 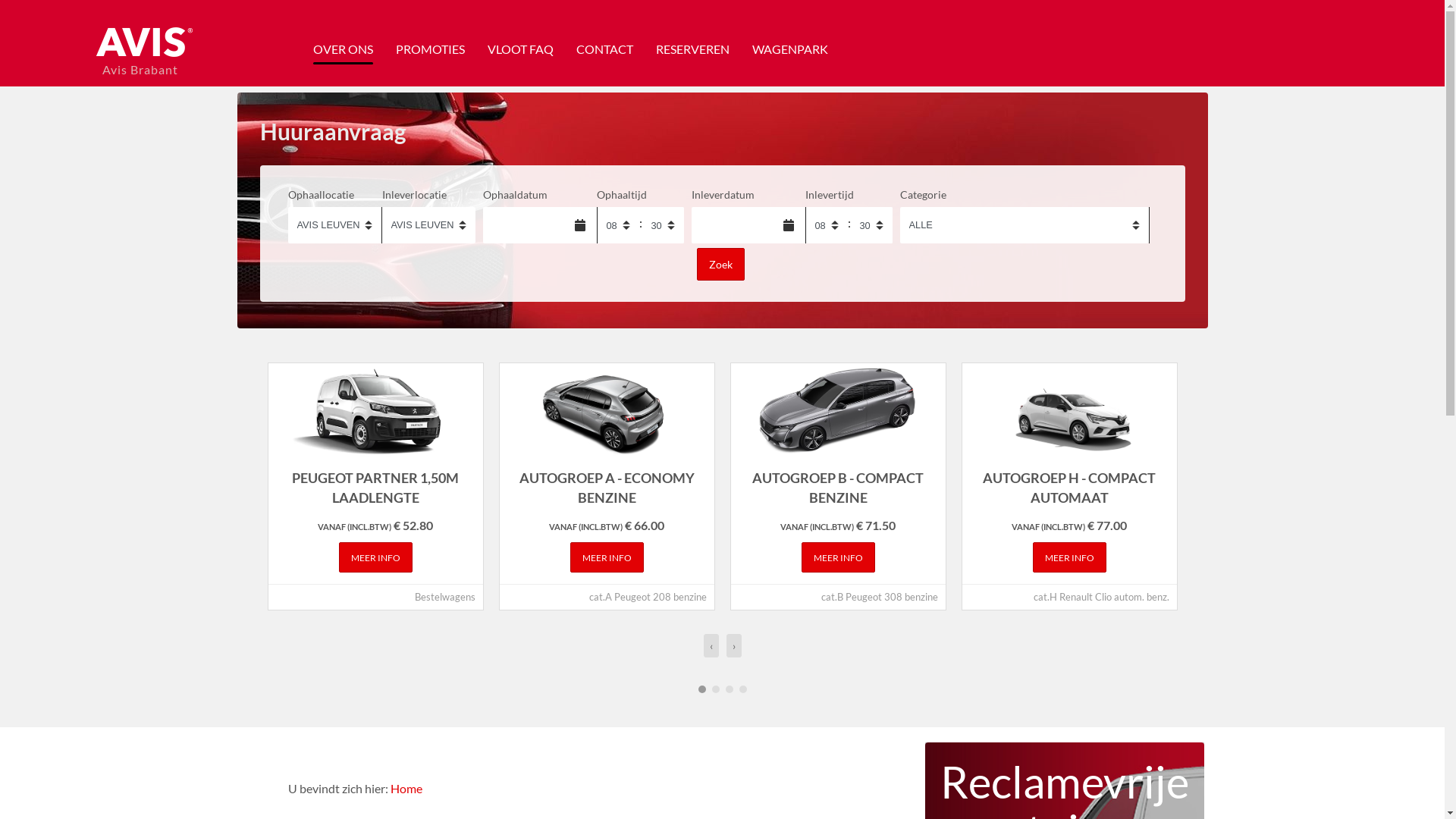 What do you see at coordinates (519, 48) in the screenshot?
I see `'VLOOT FAQ'` at bounding box center [519, 48].